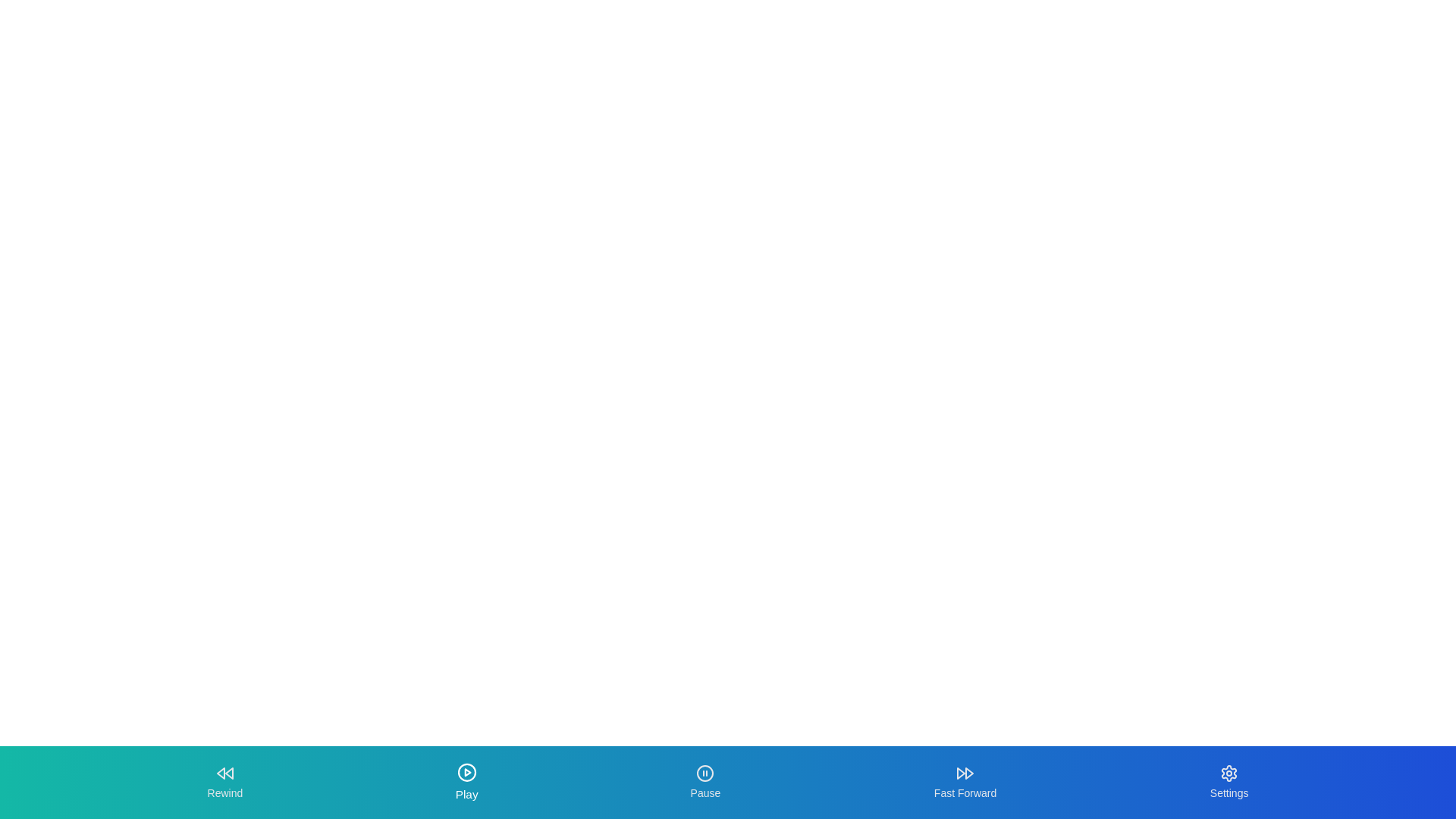  What do you see at coordinates (704, 783) in the screenshot?
I see `the Pause tab by clicking its button` at bounding box center [704, 783].